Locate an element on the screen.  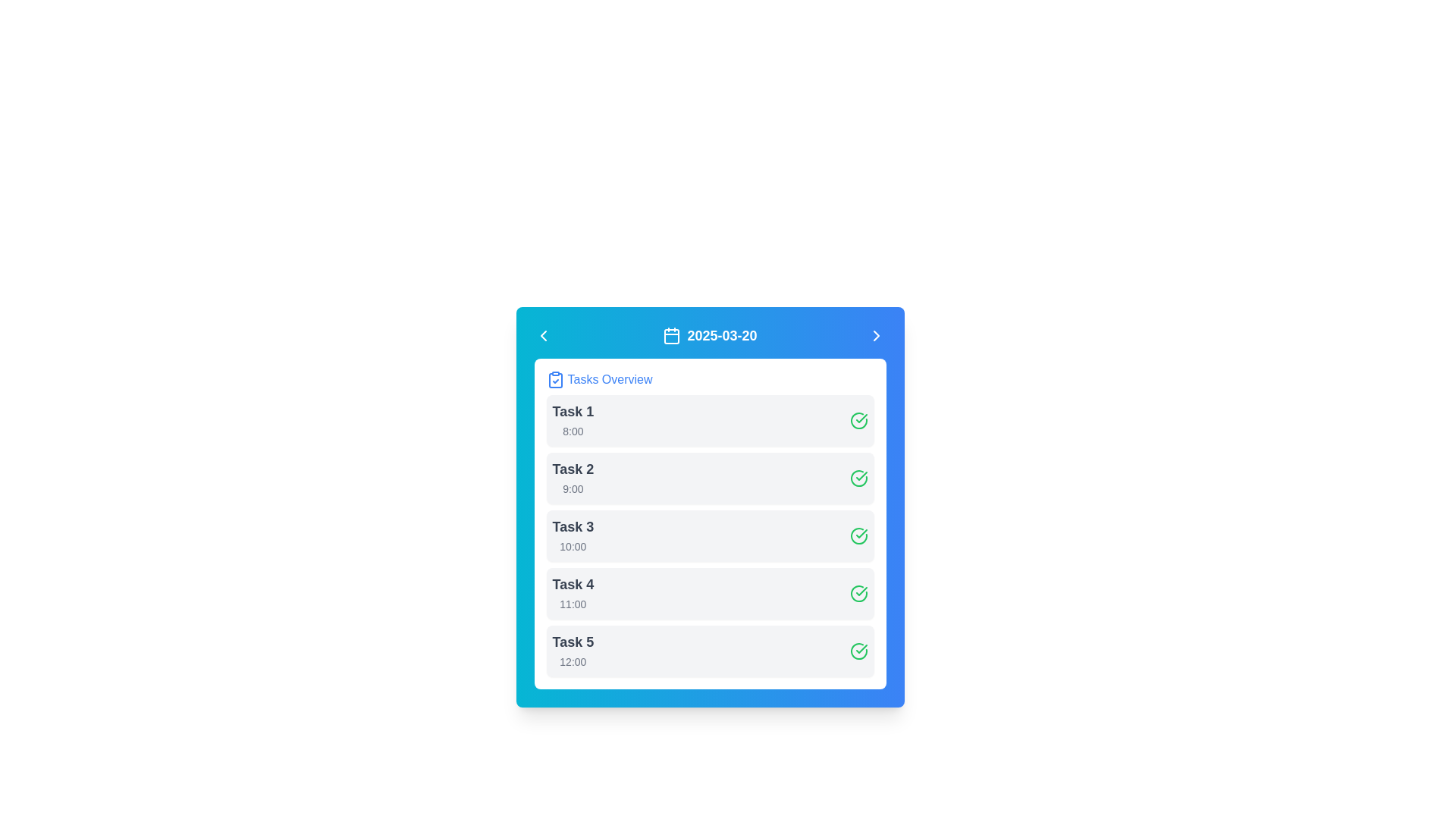
the third checkmark icon indicating the completion status of 'Task 3', positioned to the far right of the row that includes the text '10:00' is located at coordinates (858, 535).